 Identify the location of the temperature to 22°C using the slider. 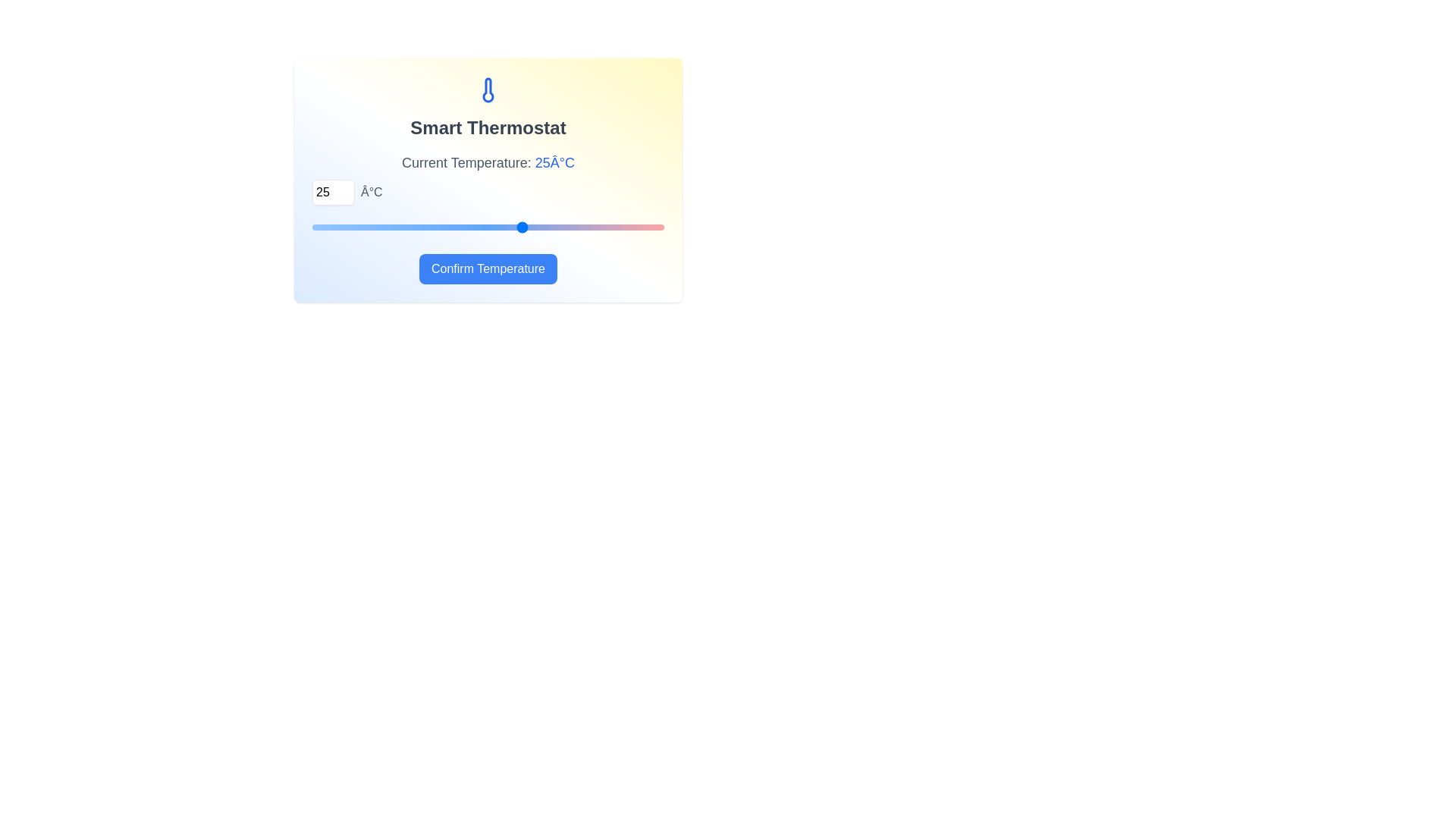
(480, 227).